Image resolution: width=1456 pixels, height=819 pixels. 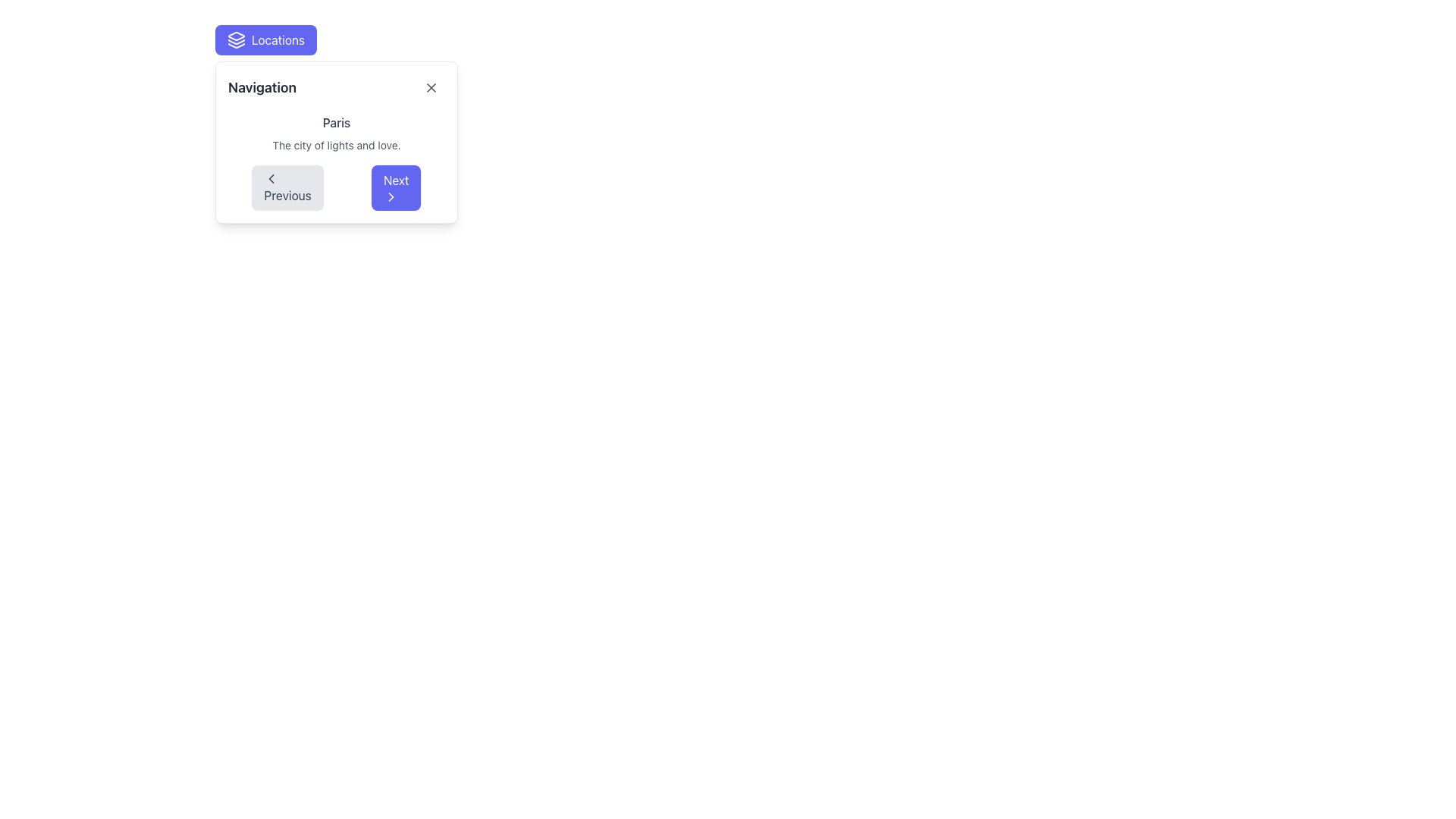 I want to click on the icon located at the leftmost side of the 'Locations' button, which is visually related to location or layers functionality, so click(x=236, y=39).